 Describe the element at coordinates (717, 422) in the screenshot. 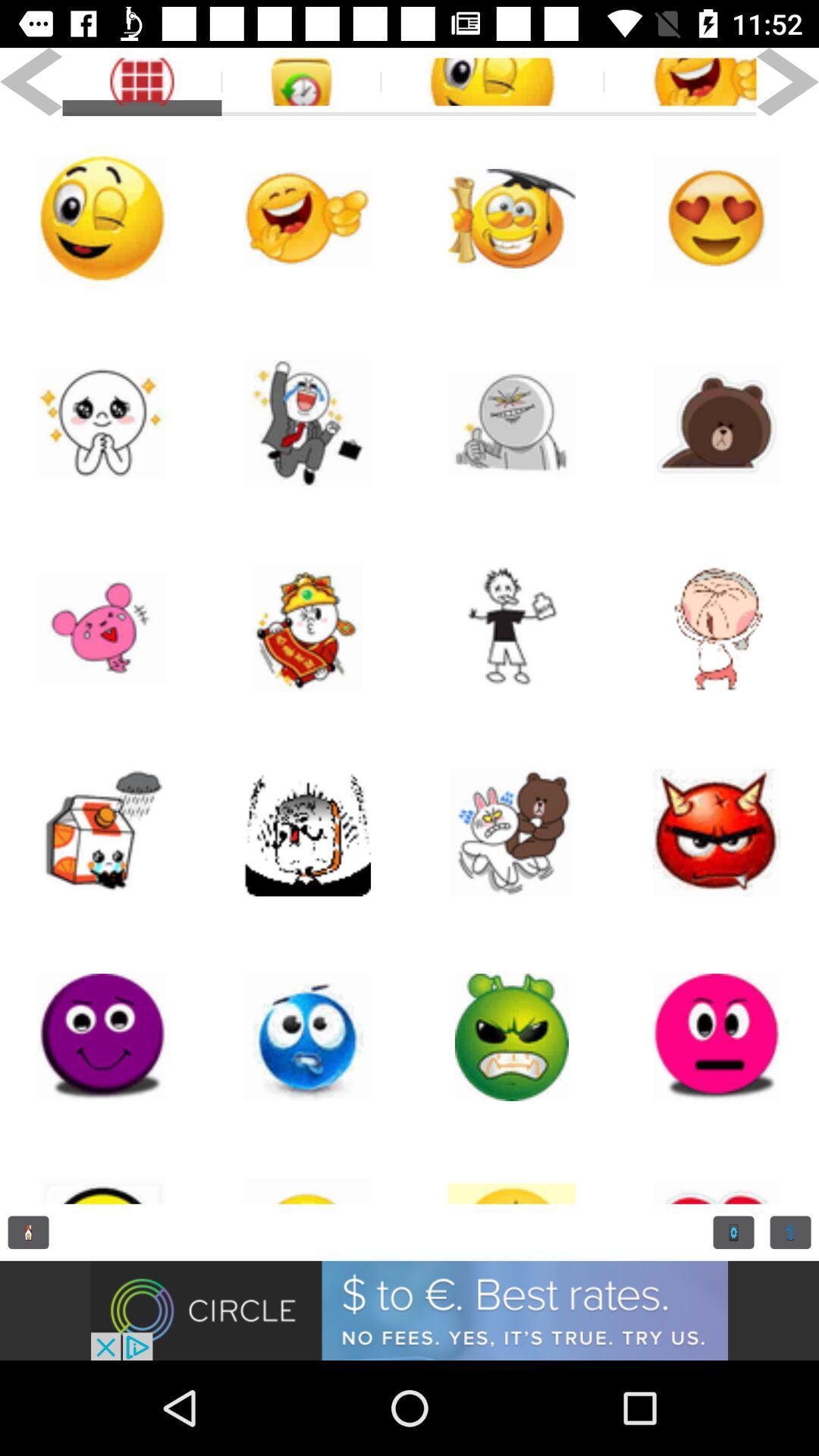

I see `bear emoji` at that location.